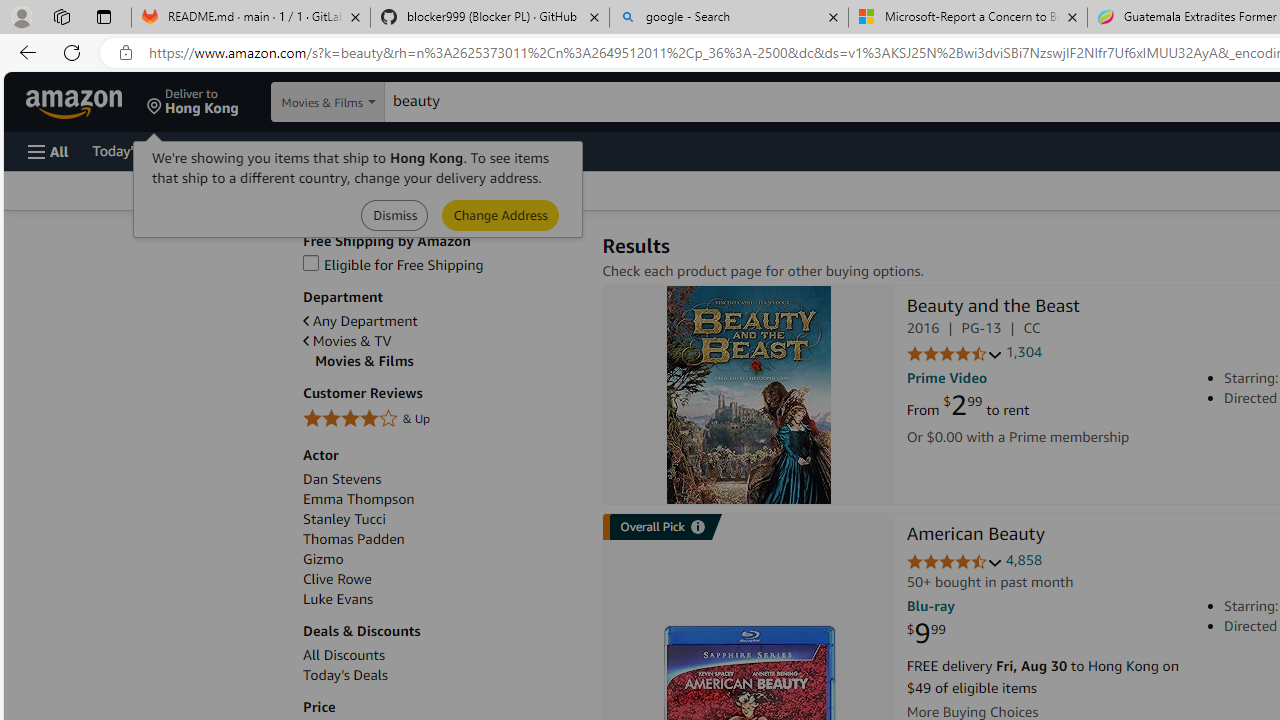 The image size is (1280, 720). What do you see at coordinates (510, 149) in the screenshot?
I see `'Sell'` at bounding box center [510, 149].